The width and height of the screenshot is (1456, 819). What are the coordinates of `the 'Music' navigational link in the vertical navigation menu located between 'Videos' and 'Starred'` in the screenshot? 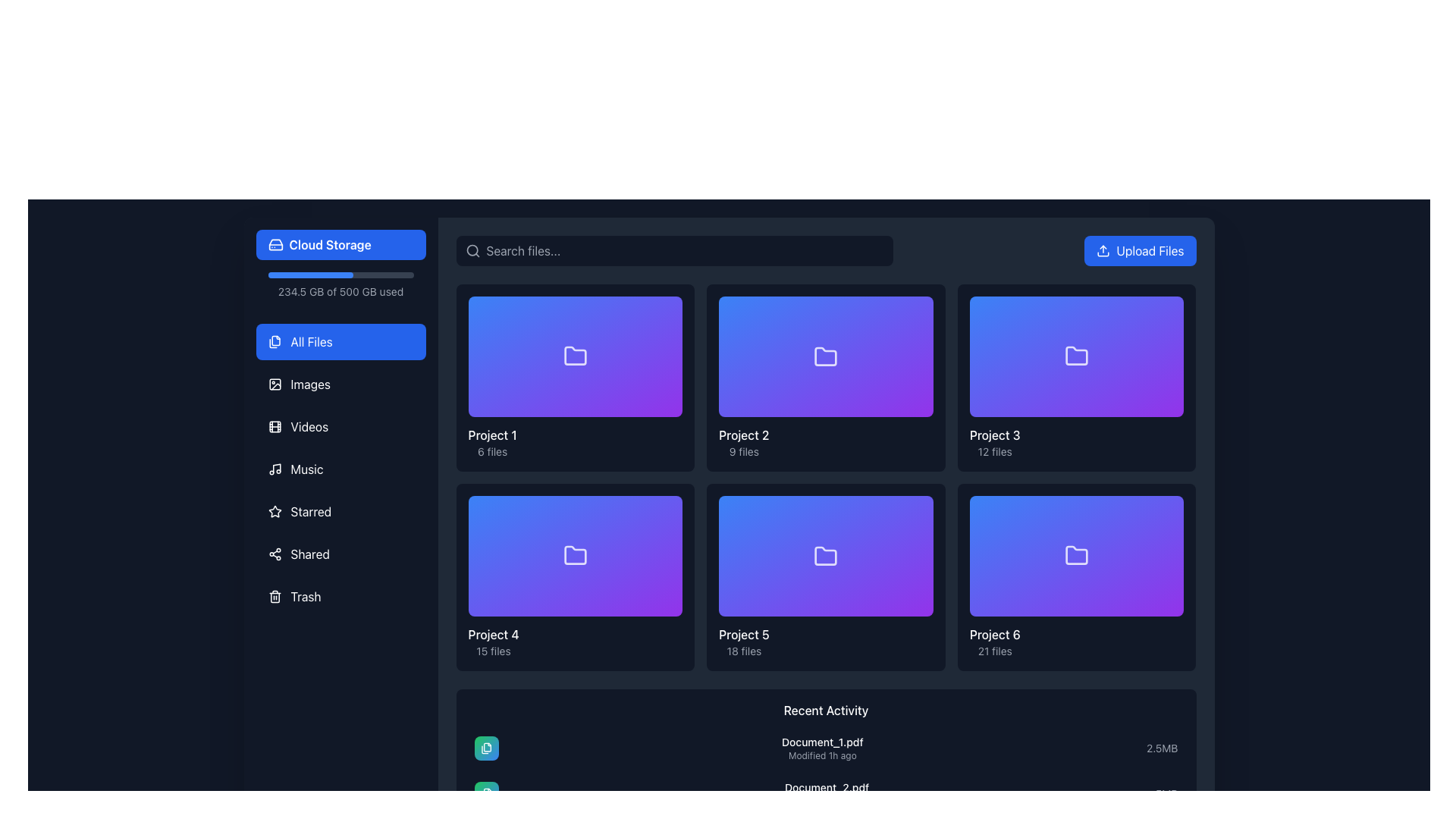 It's located at (306, 468).